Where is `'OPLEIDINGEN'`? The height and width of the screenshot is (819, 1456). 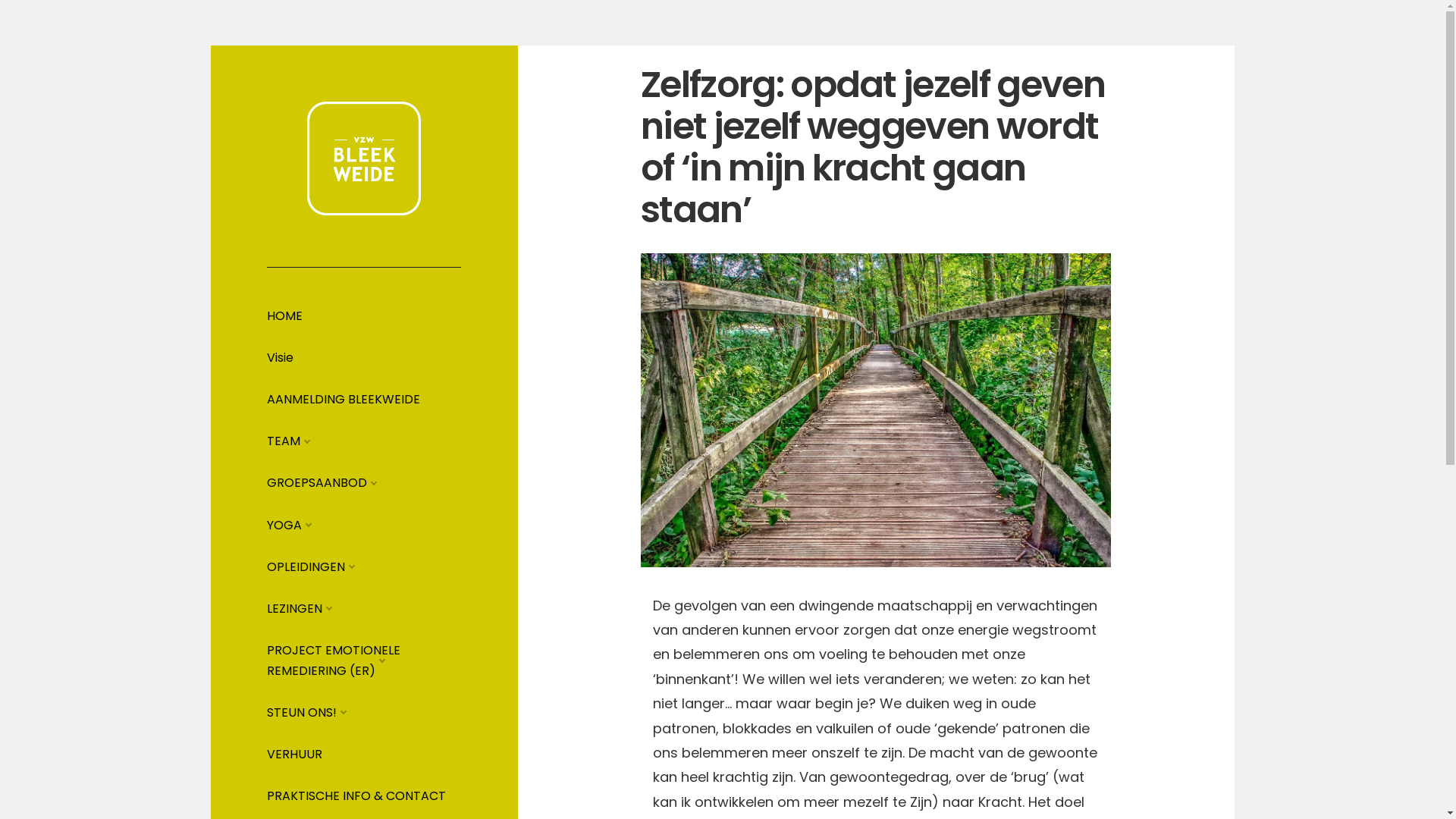 'OPLEIDINGEN' is located at coordinates (305, 566).